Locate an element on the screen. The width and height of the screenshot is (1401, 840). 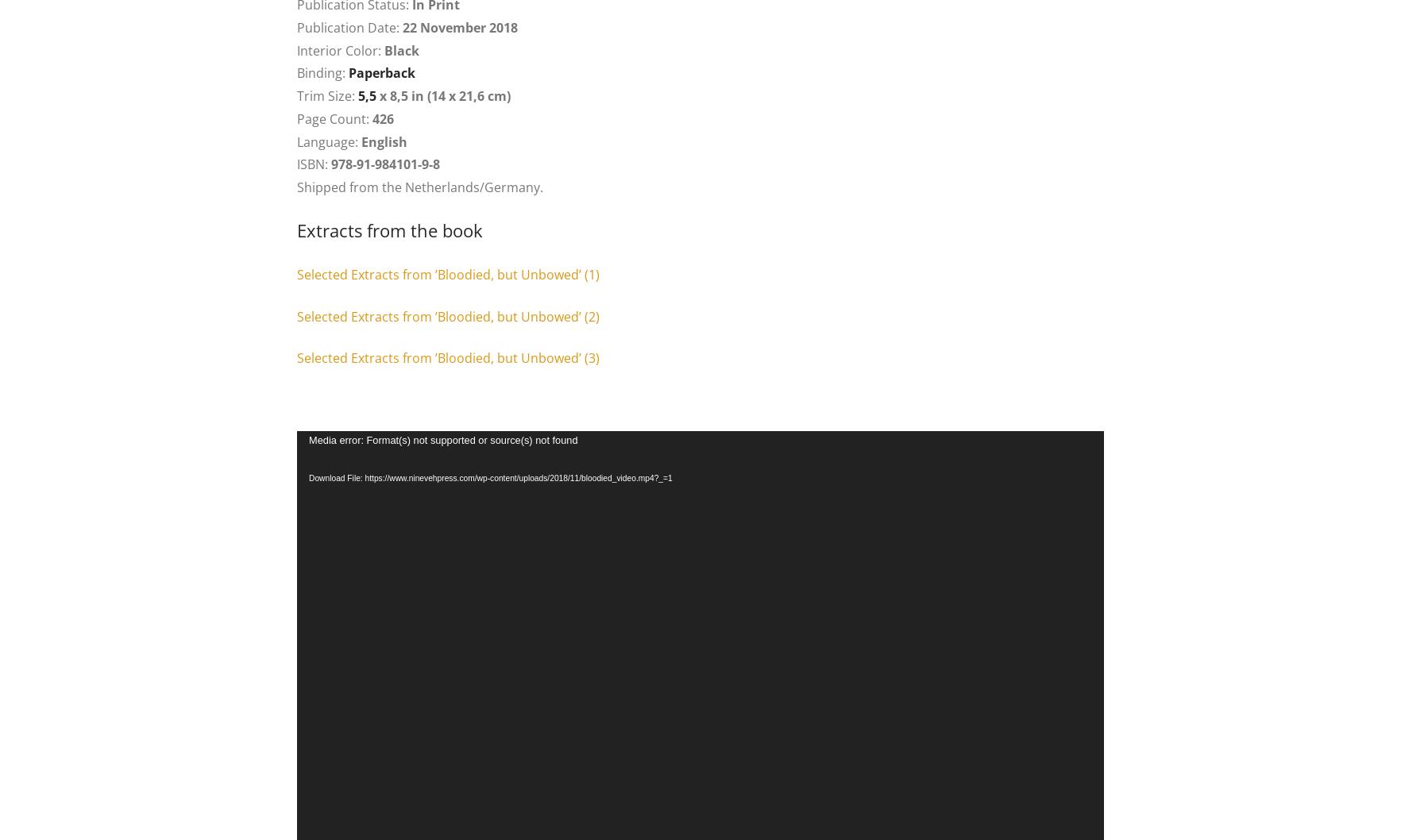
'22 November 2018' is located at coordinates (460, 26).